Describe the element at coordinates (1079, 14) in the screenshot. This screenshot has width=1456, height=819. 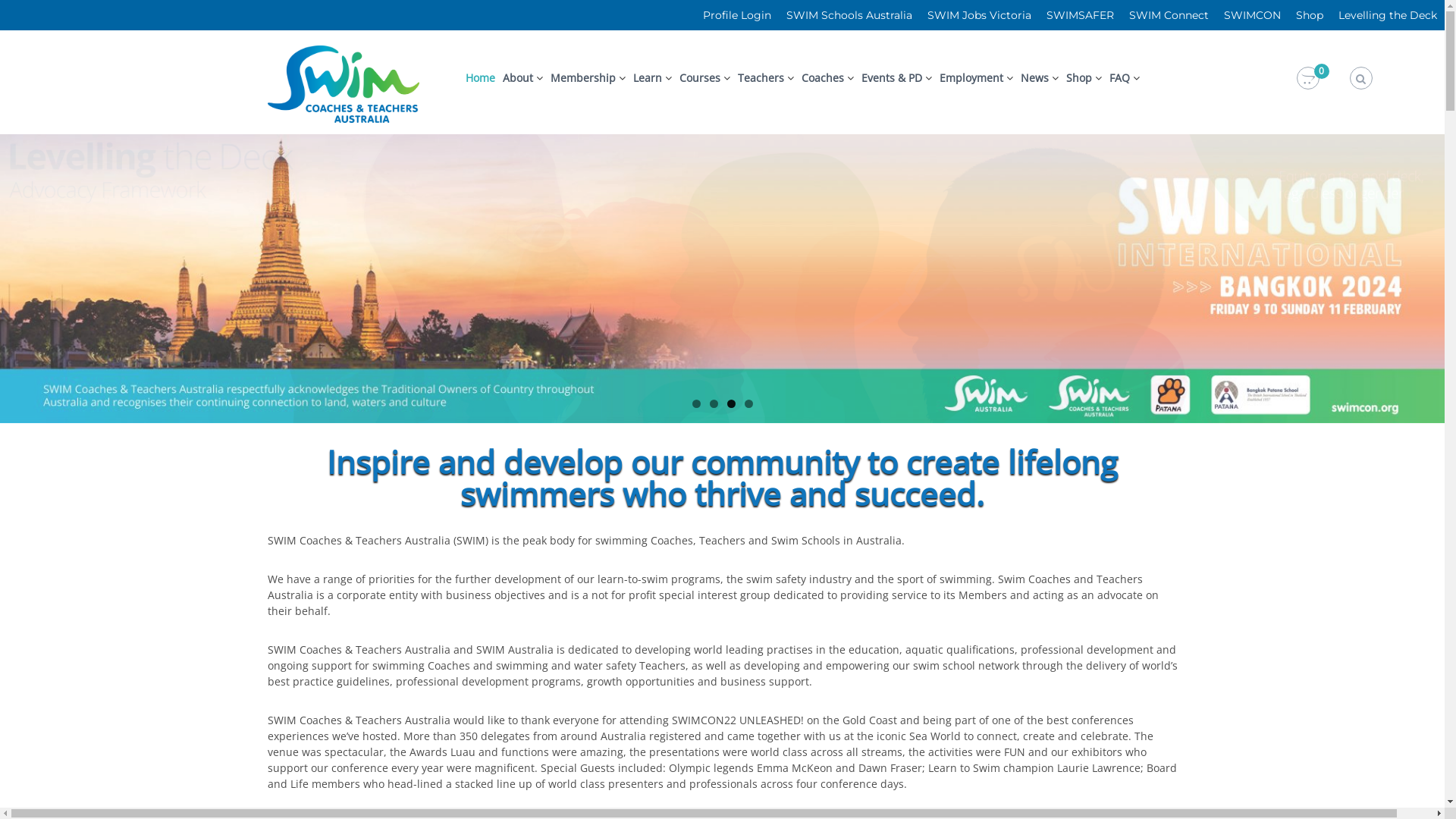
I see `'SWIMSAFER'` at that location.